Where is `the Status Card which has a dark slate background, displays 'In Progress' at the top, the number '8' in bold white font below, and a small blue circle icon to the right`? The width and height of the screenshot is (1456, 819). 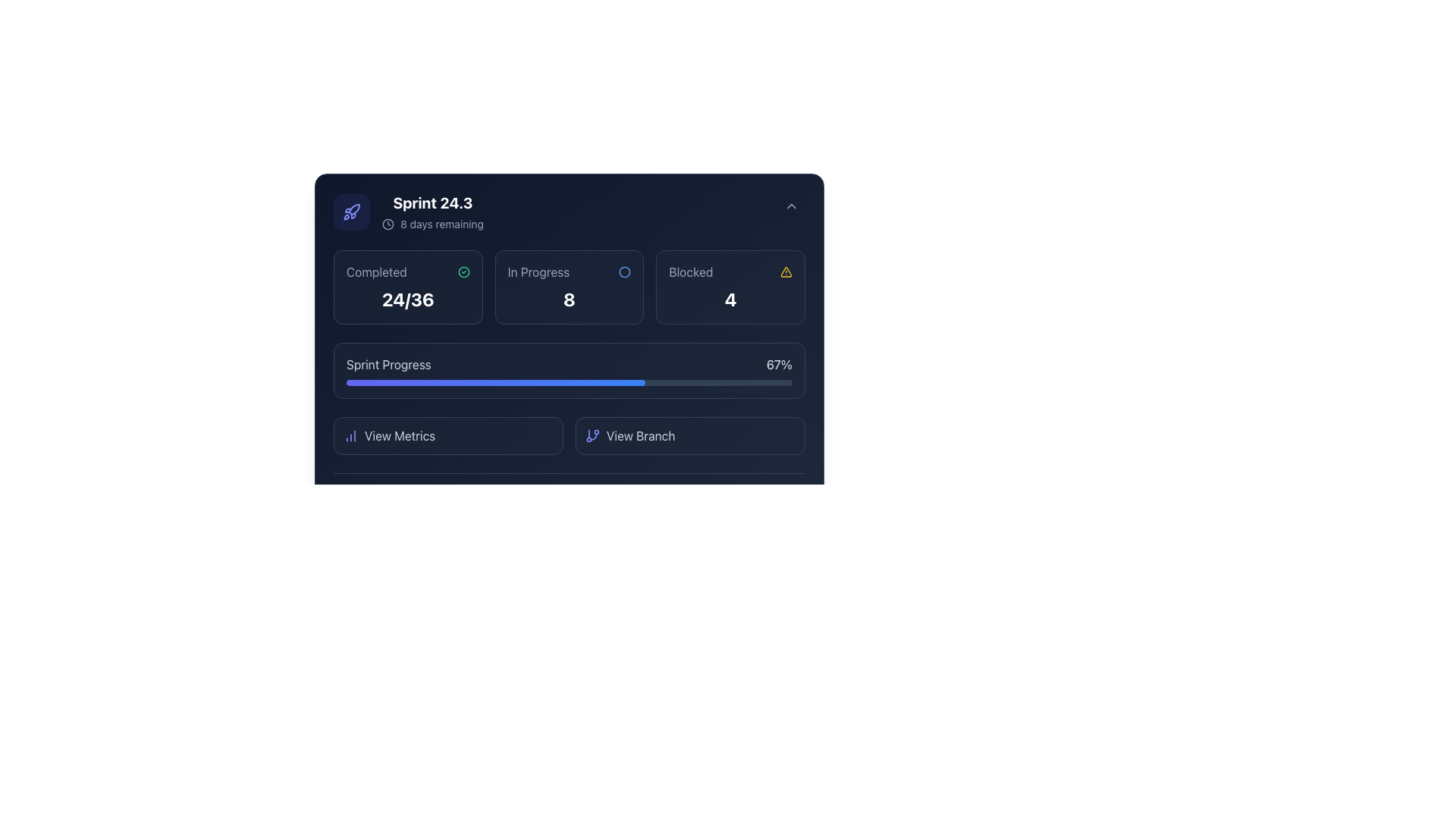 the Status Card which has a dark slate background, displays 'In Progress' at the top, the number '8' in bold white font below, and a small blue circle icon to the right is located at coordinates (568, 287).